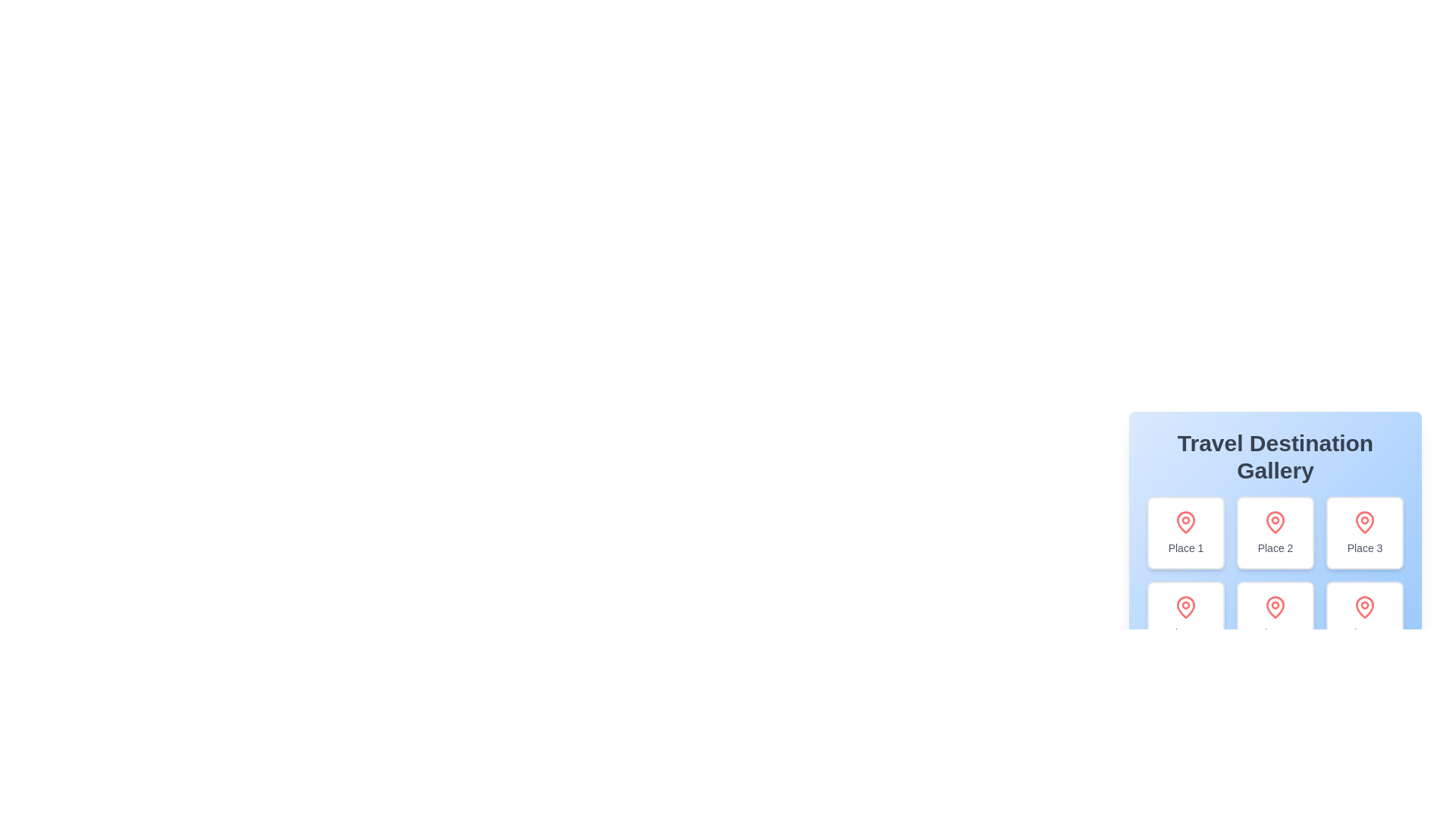  Describe the element at coordinates (1365, 532) in the screenshot. I see `the Interactive Card for 'Place 3' in the Travel Destination Gallery` at that location.